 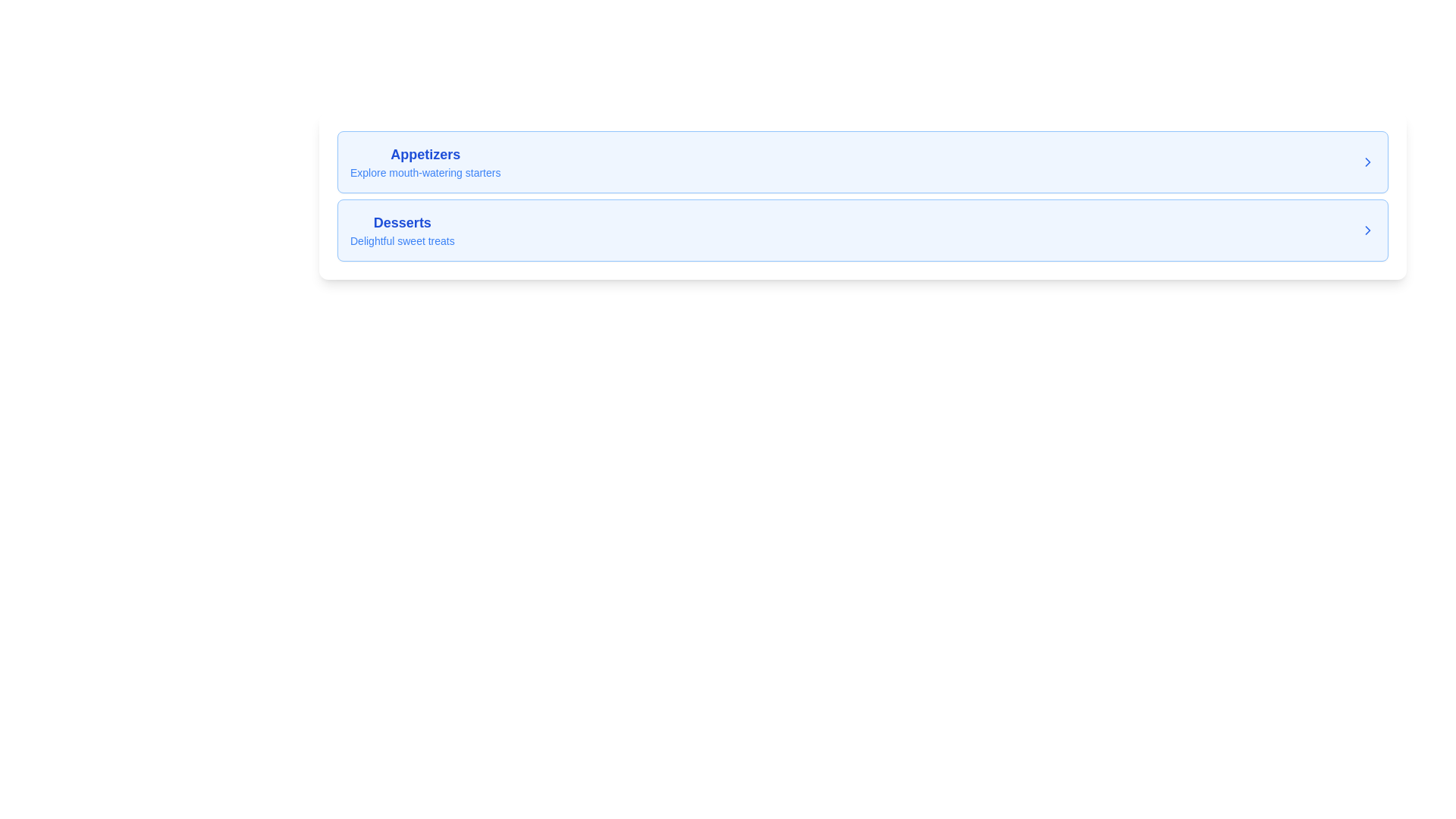 What do you see at coordinates (402, 222) in the screenshot?
I see `the 'Desserts' header text element` at bounding box center [402, 222].